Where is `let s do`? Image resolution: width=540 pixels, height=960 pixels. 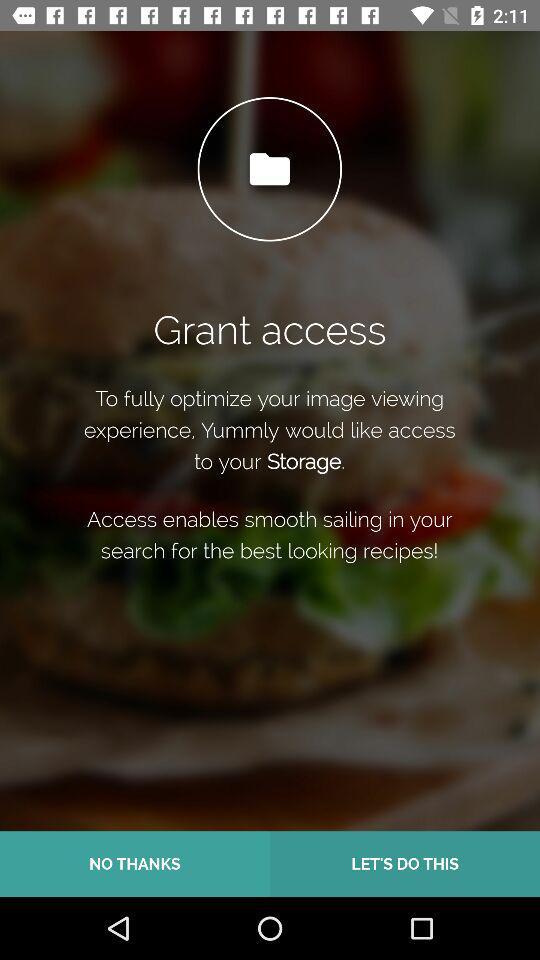 let s do is located at coordinates (405, 863).